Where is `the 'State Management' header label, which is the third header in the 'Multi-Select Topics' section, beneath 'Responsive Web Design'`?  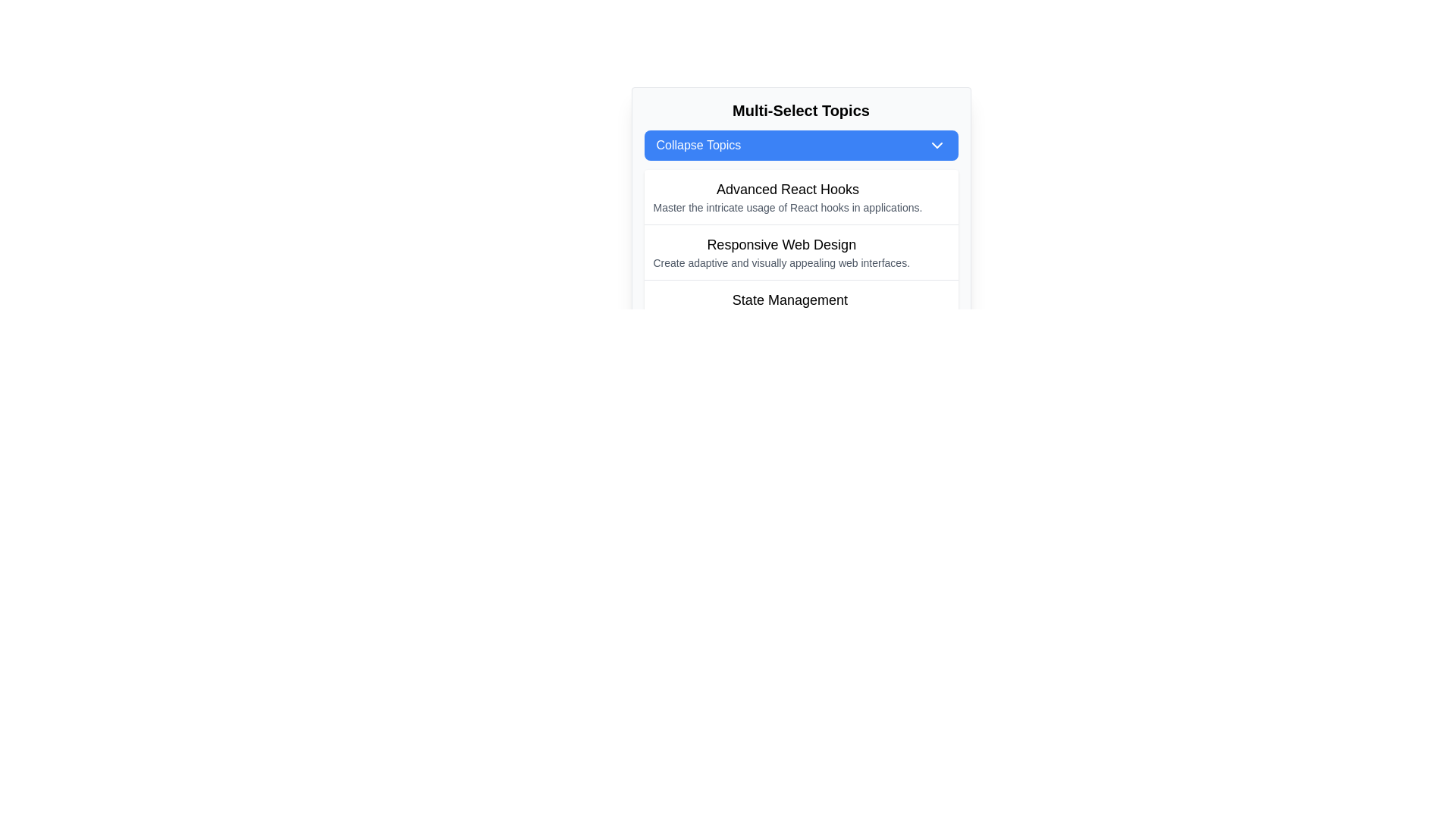 the 'State Management' header label, which is the third header in the 'Multi-Select Topics' section, beneath 'Responsive Web Design' is located at coordinates (789, 300).